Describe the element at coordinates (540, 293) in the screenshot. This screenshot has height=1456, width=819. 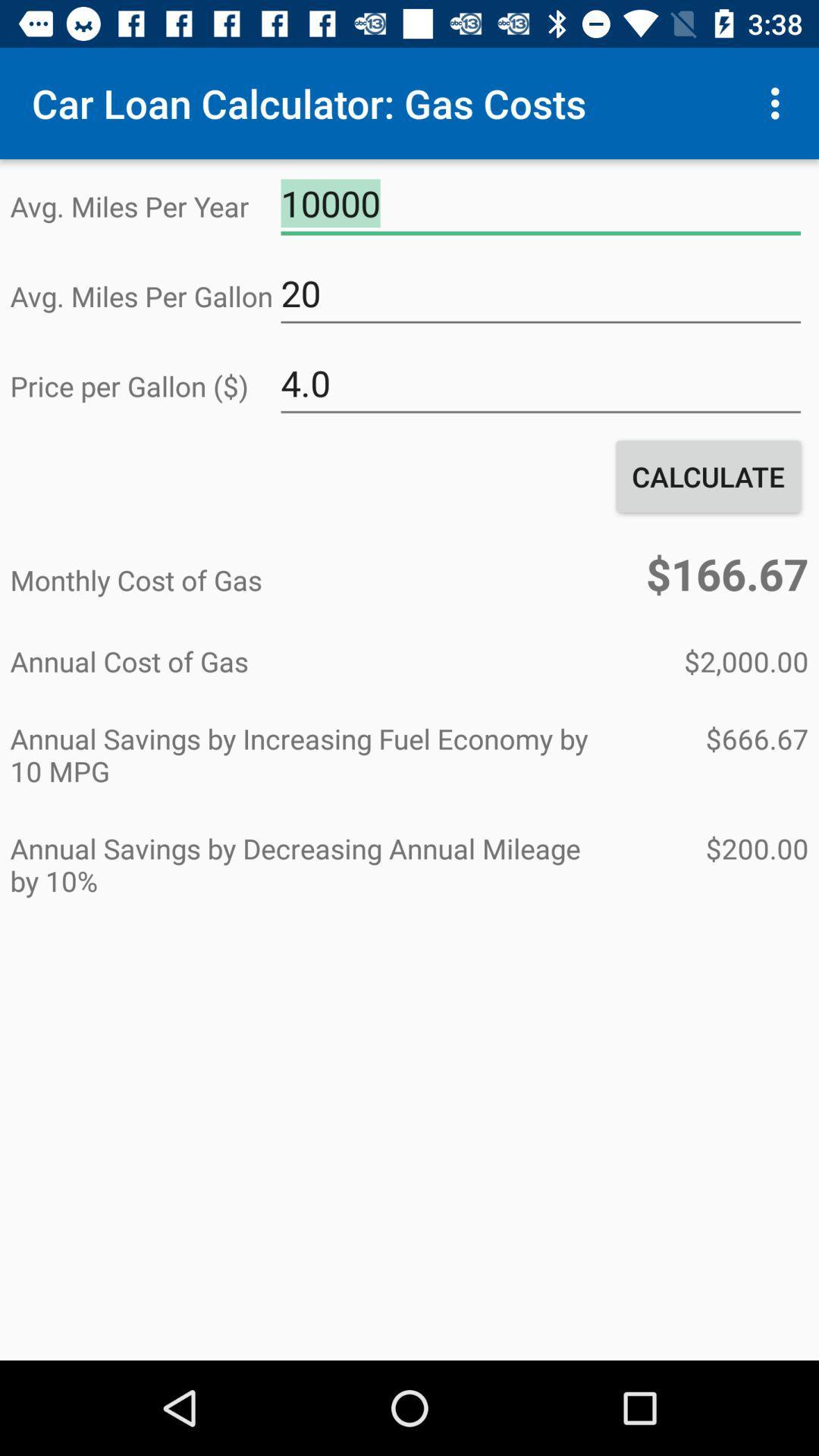
I see `the 20` at that location.